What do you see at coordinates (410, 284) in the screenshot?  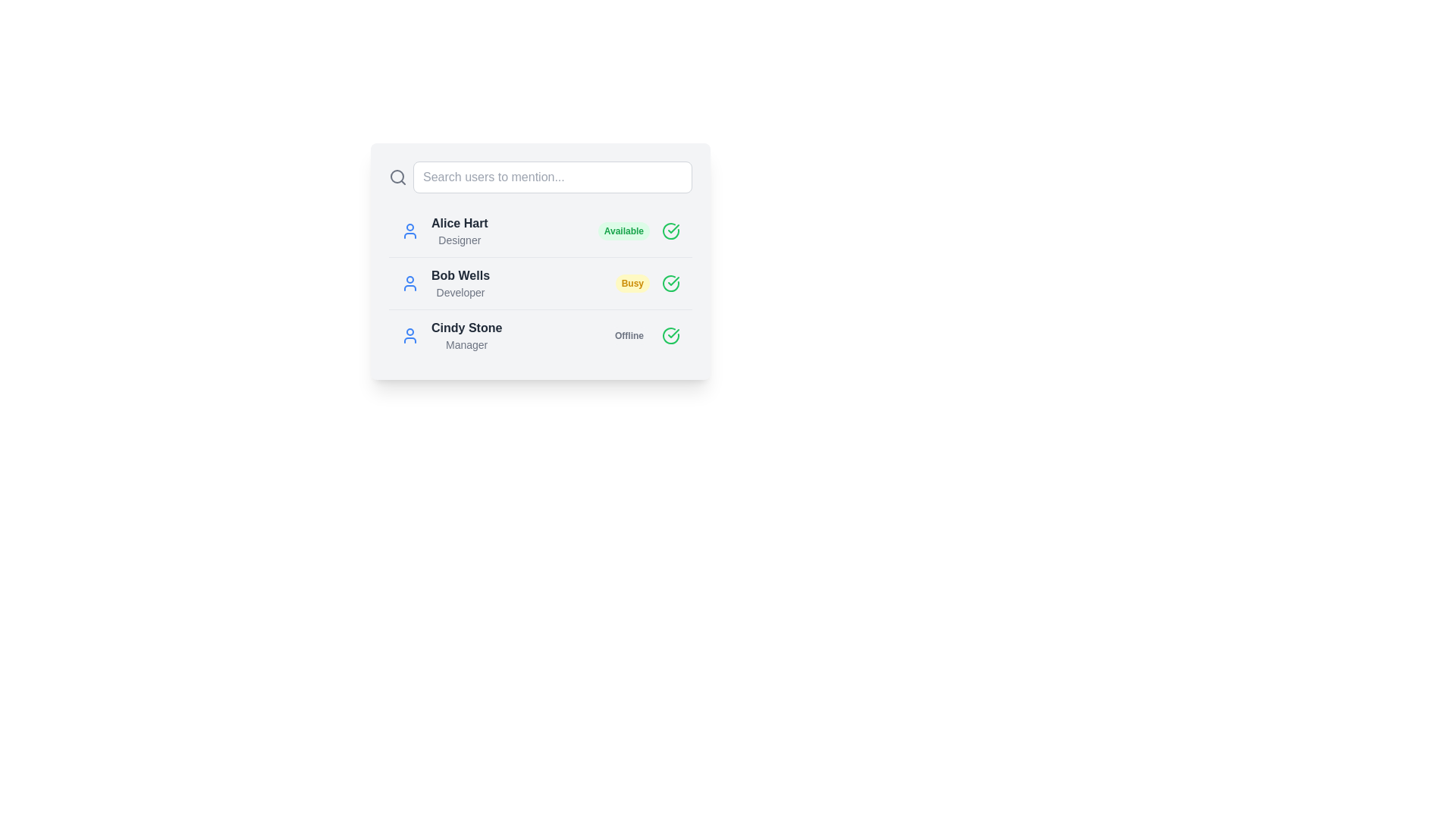 I see `the circular user profile icon with a blue color outline, which is positioned to the left of 'Bob Wells' and directly above 'Busy'` at bounding box center [410, 284].